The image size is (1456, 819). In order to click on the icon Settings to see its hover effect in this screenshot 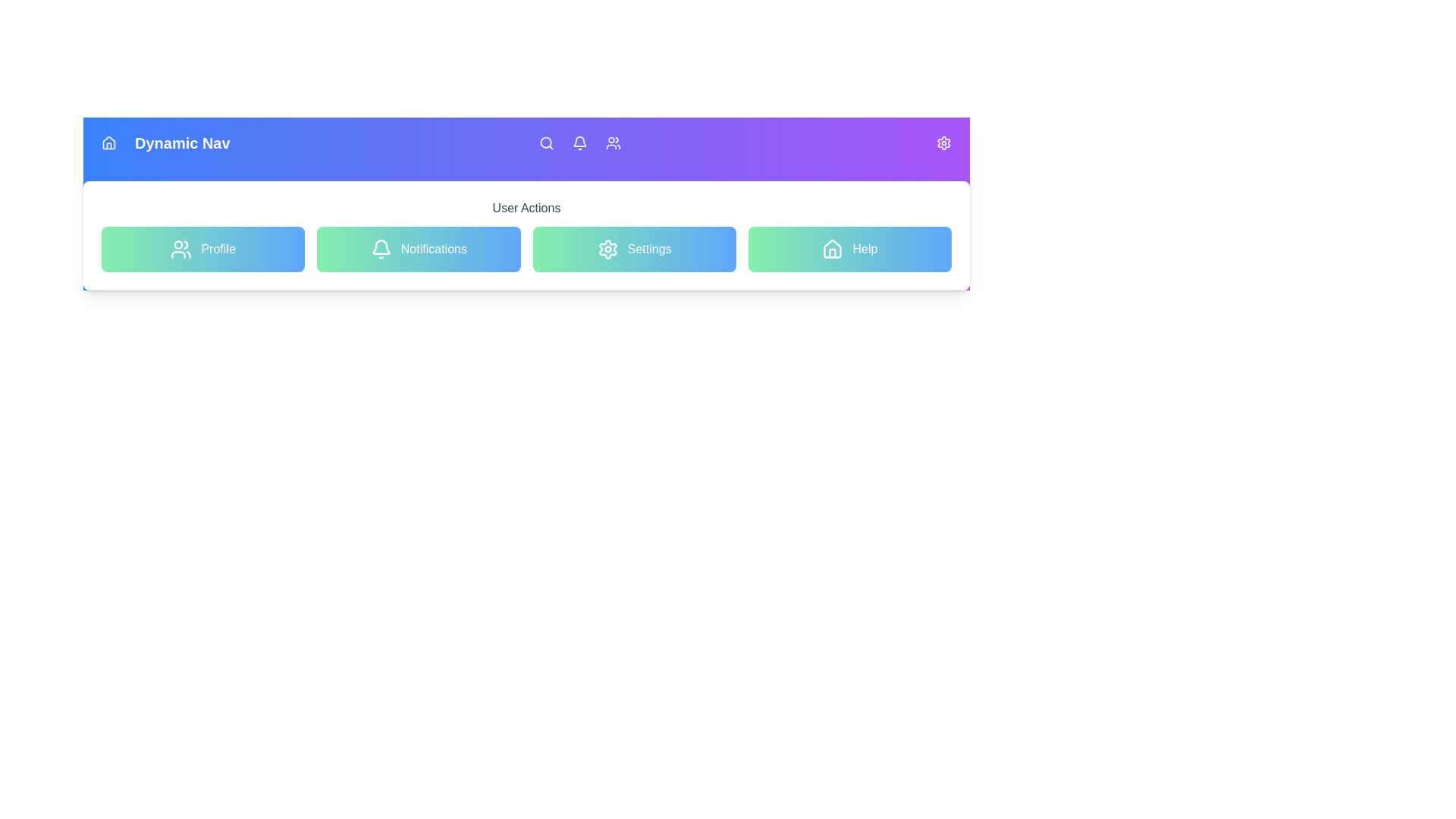, I will do `click(943, 143)`.